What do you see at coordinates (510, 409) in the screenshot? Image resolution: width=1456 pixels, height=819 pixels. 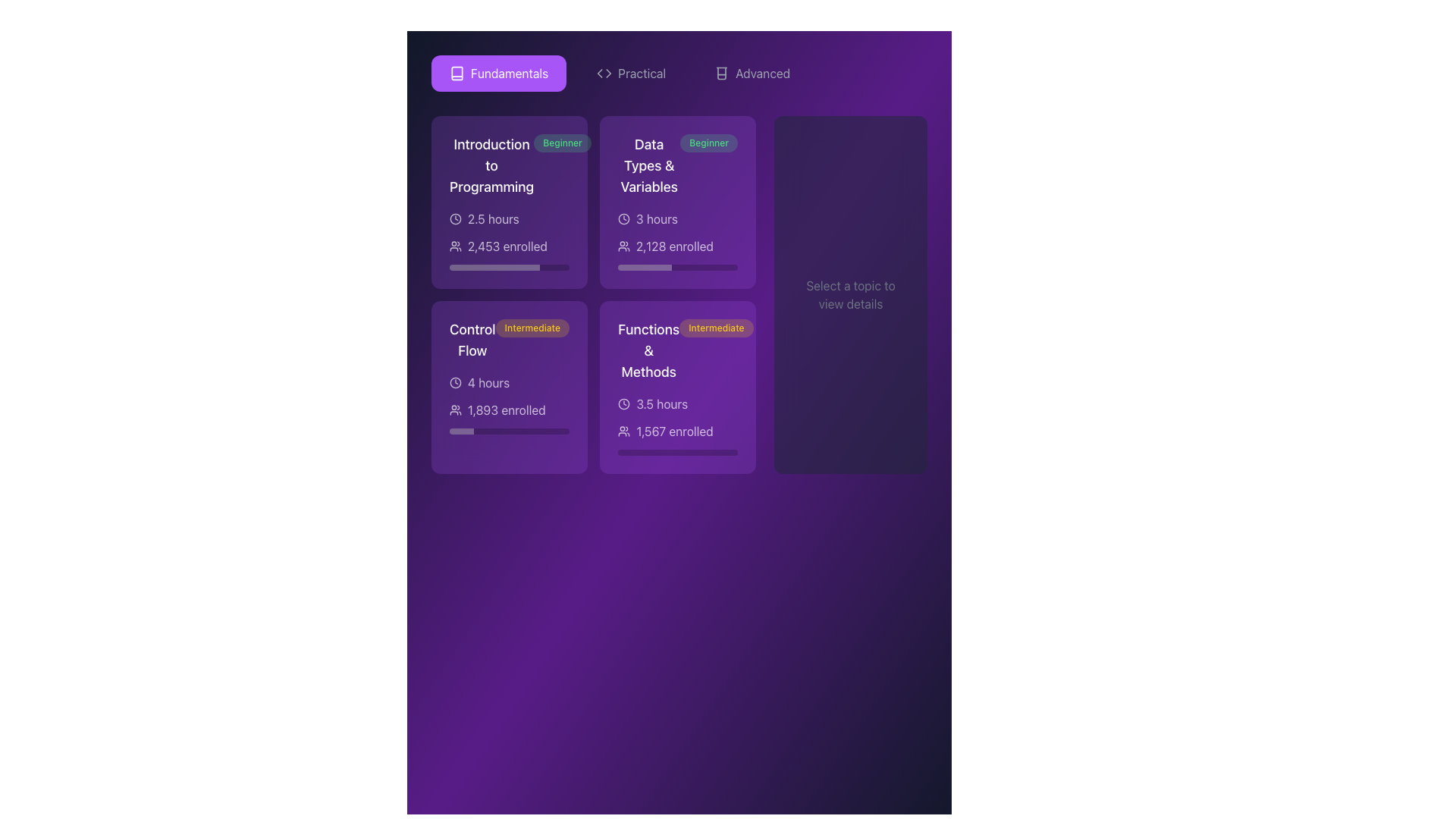 I see `the label indicating the number of users enrolled in the course, located within the 'Control Flow' card, beneath the '4 hours' label and above the horizontal progress bar` at bounding box center [510, 409].